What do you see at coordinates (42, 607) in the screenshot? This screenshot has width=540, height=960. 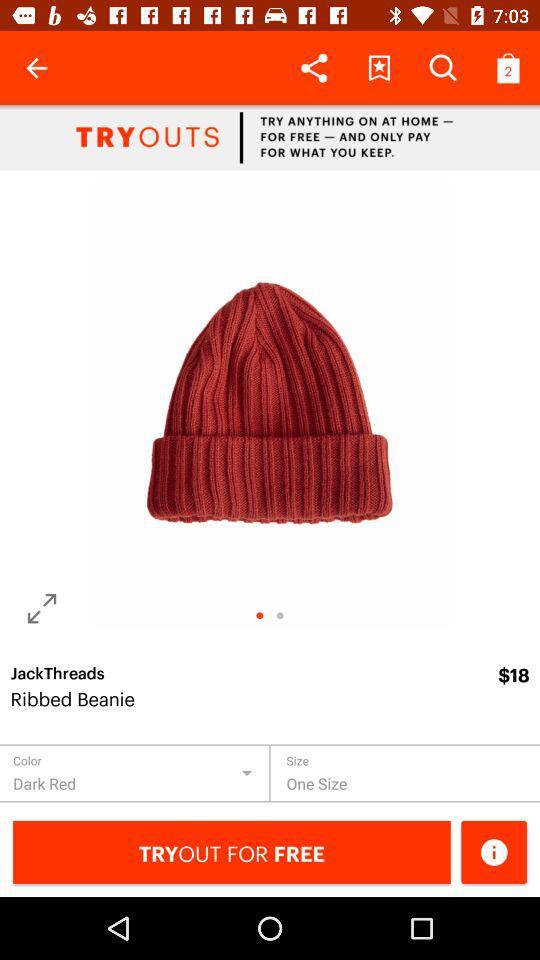 I see `the fullscreen icon` at bounding box center [42, 607].